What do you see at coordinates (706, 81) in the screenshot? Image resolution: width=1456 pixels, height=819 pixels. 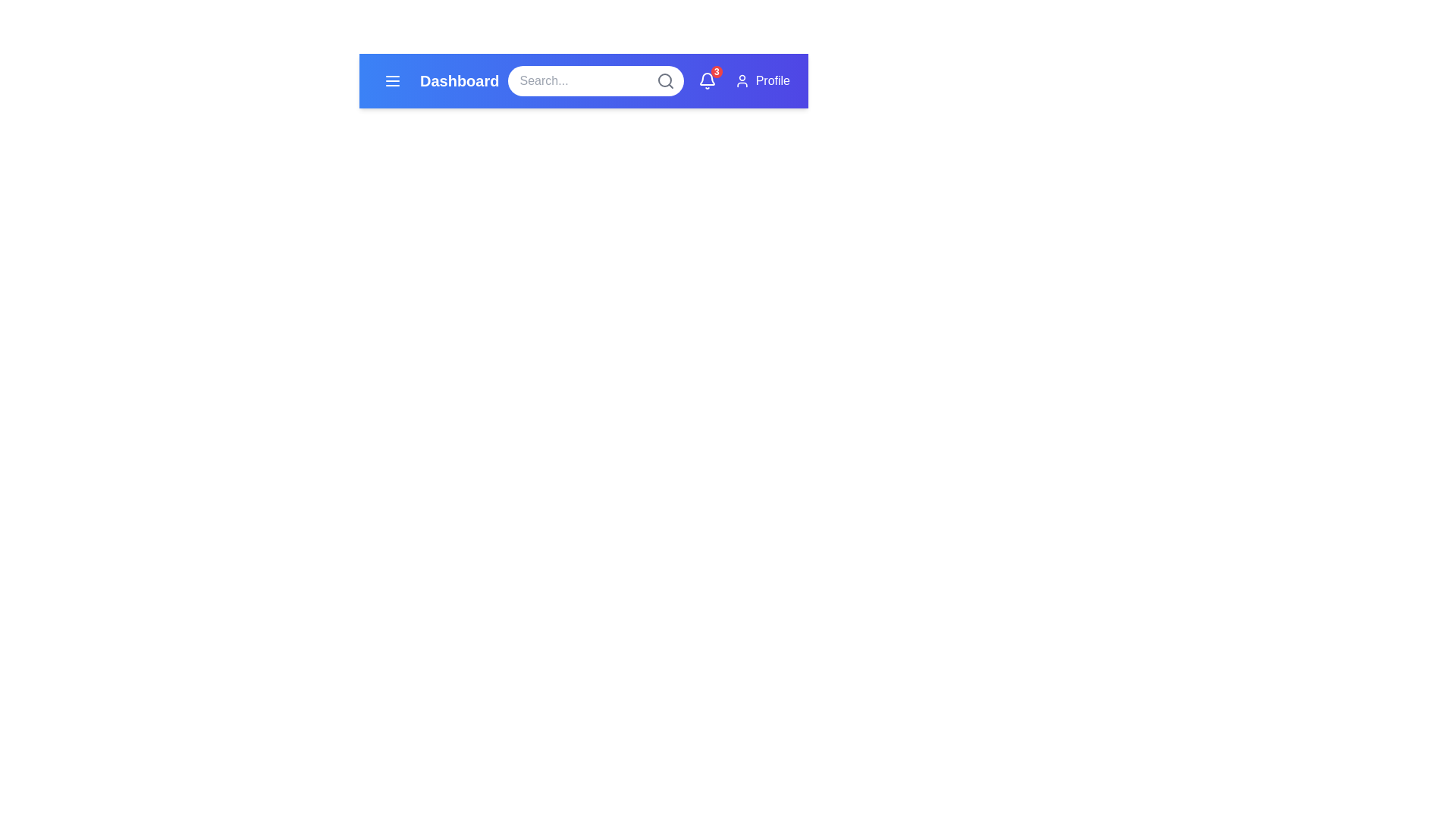 I see `the bell icon located at the top-right corner of the interface` at bounding box center [706, 81].